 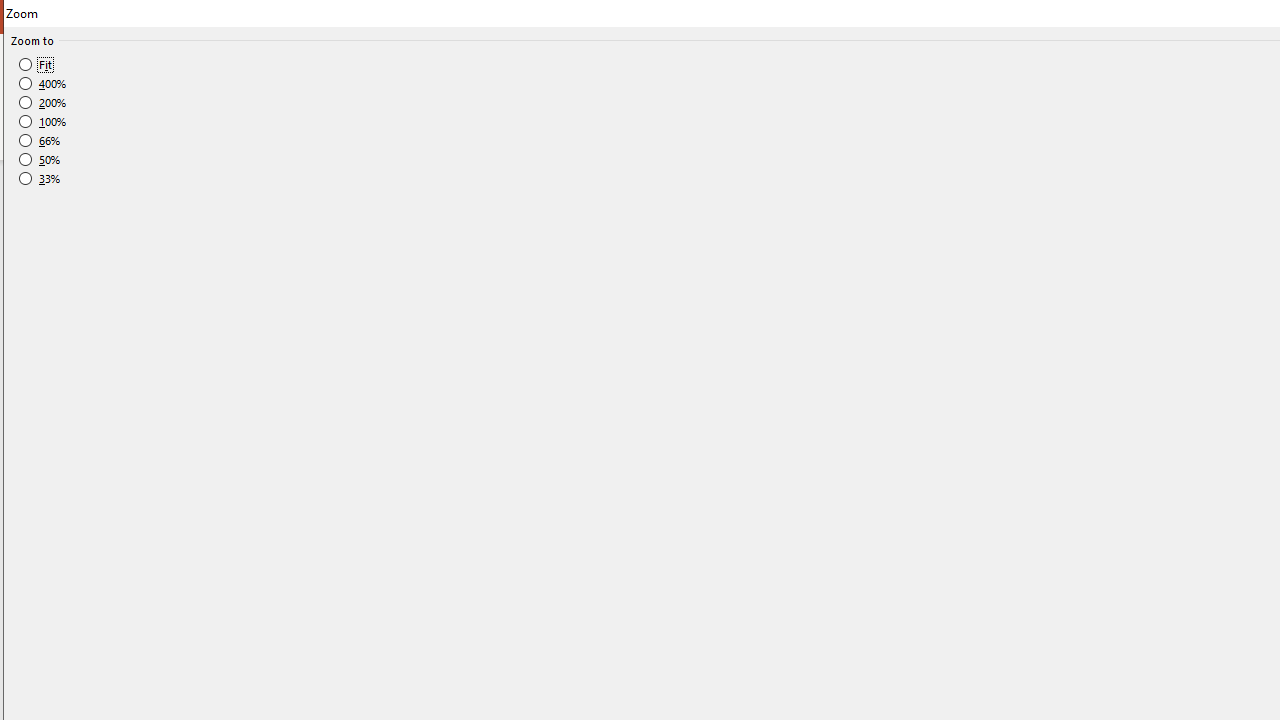 What do you see at coordinates (43, 102) in the screenshot?
I see `'200%'` at bounding box center [43, 102].